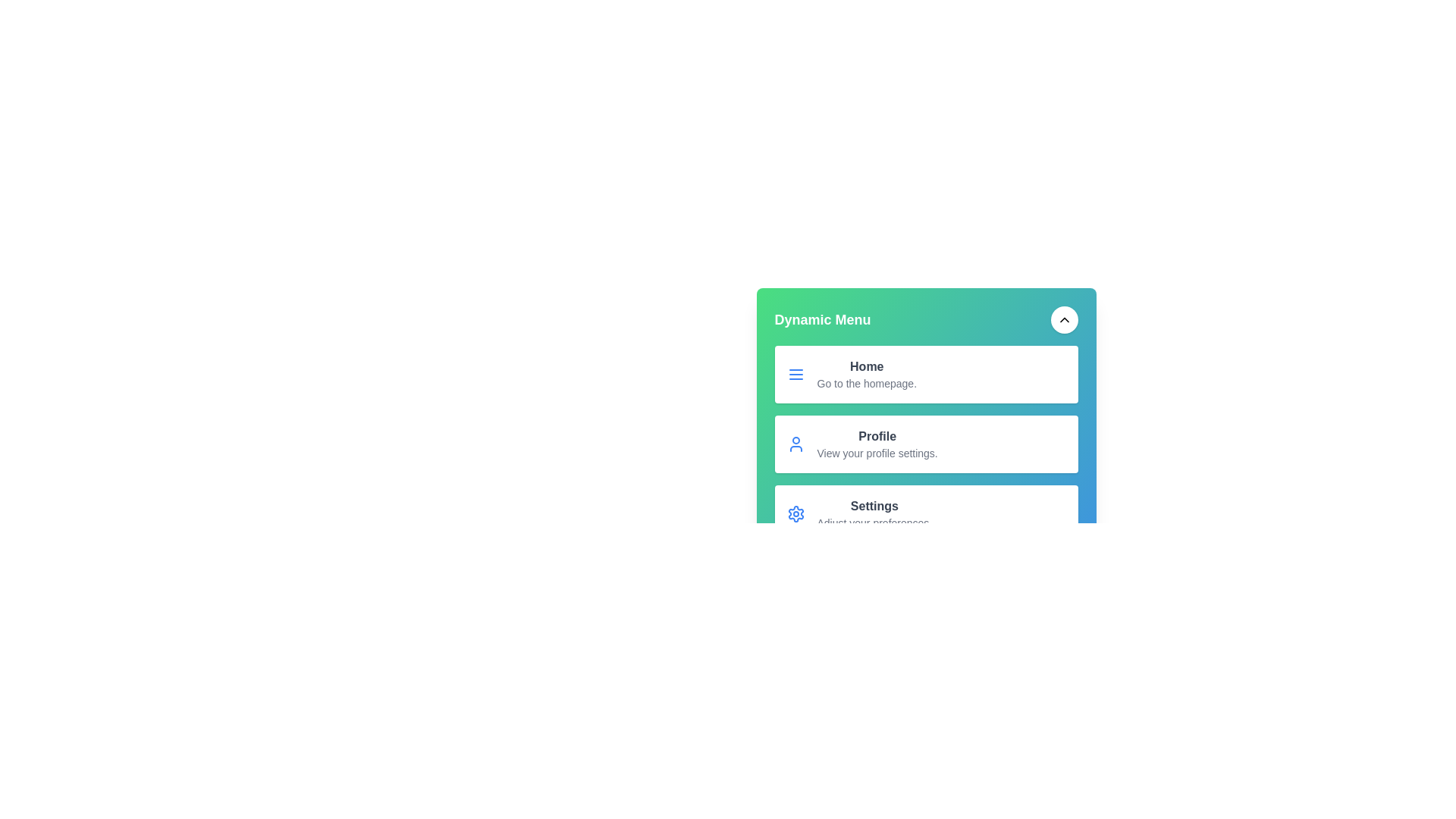 This screenshot has height=819, width=1456. Describe the element at coordinates (795, 513) in the screenshot. I see `the blue gear icon representing settings located in the top left corner of the 'Settings' section box` at that location.